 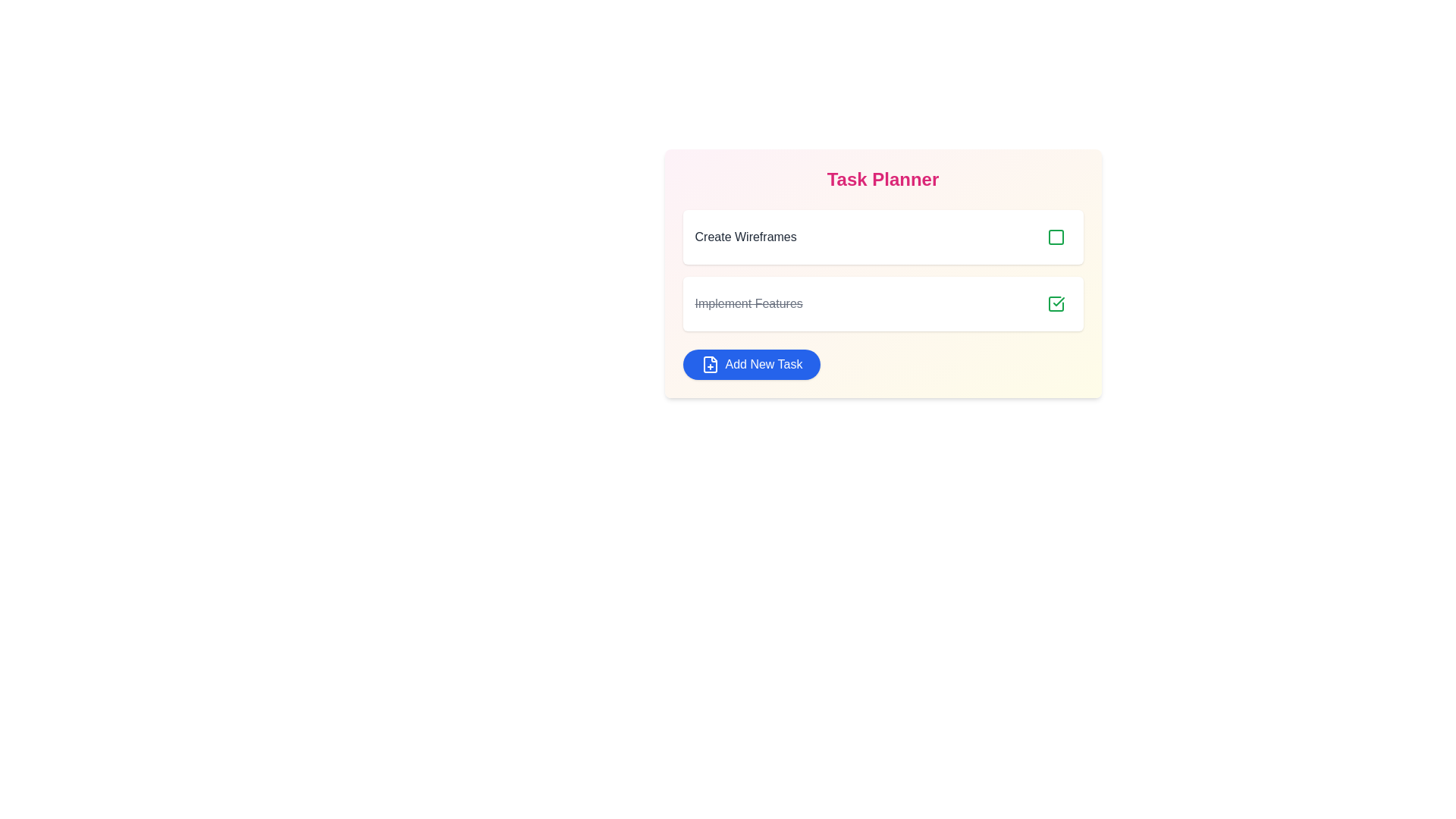 What do you see at coordinates (1055, 304) in the screenshot?
I see `the completion indicator icon, which is a green checkmark inside a square, located on the right side of the 'Implement Features' task row in the 'Task Planner' interface` at bounding box center [1055, 304].